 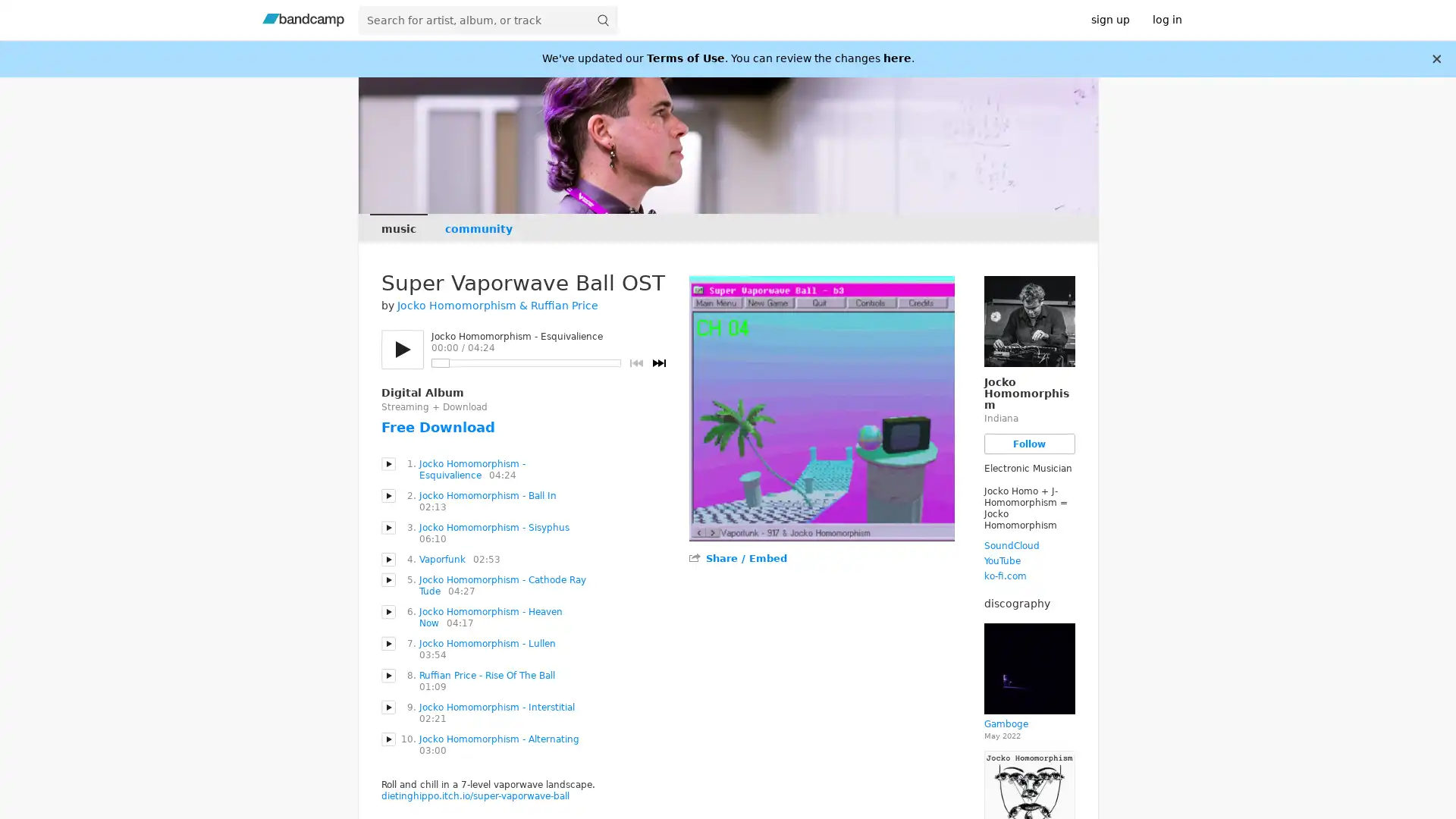 What do you see at coordinates (388, 643) in the screenshot?
I see `Play Jocko Homomorphism - Lullen` at bounding box center [388, 643].